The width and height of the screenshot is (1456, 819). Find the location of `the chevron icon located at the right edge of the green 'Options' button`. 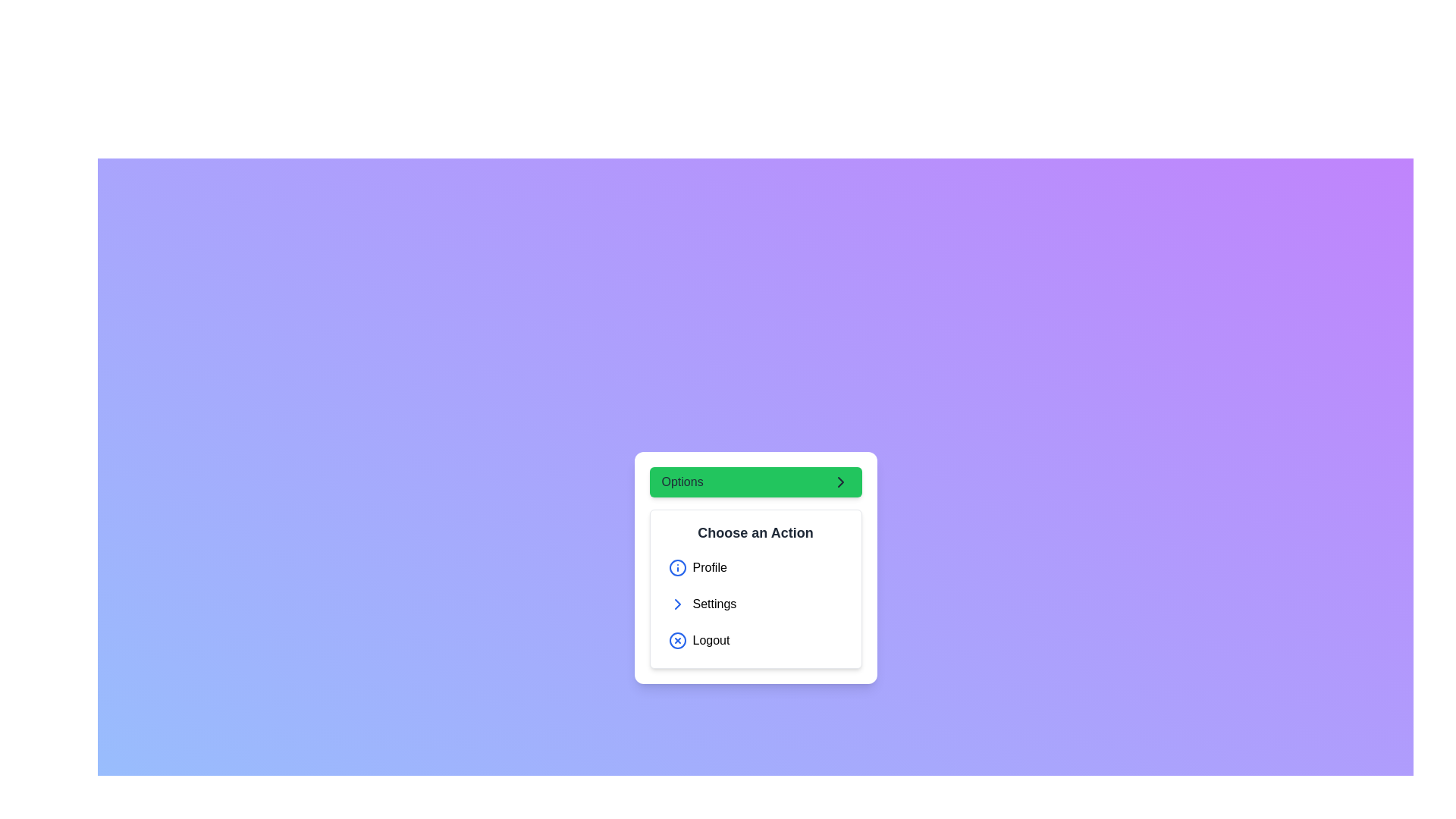

the chevron icon located at the right edge of the green 'Options' button is located at coordinates (839, 482).